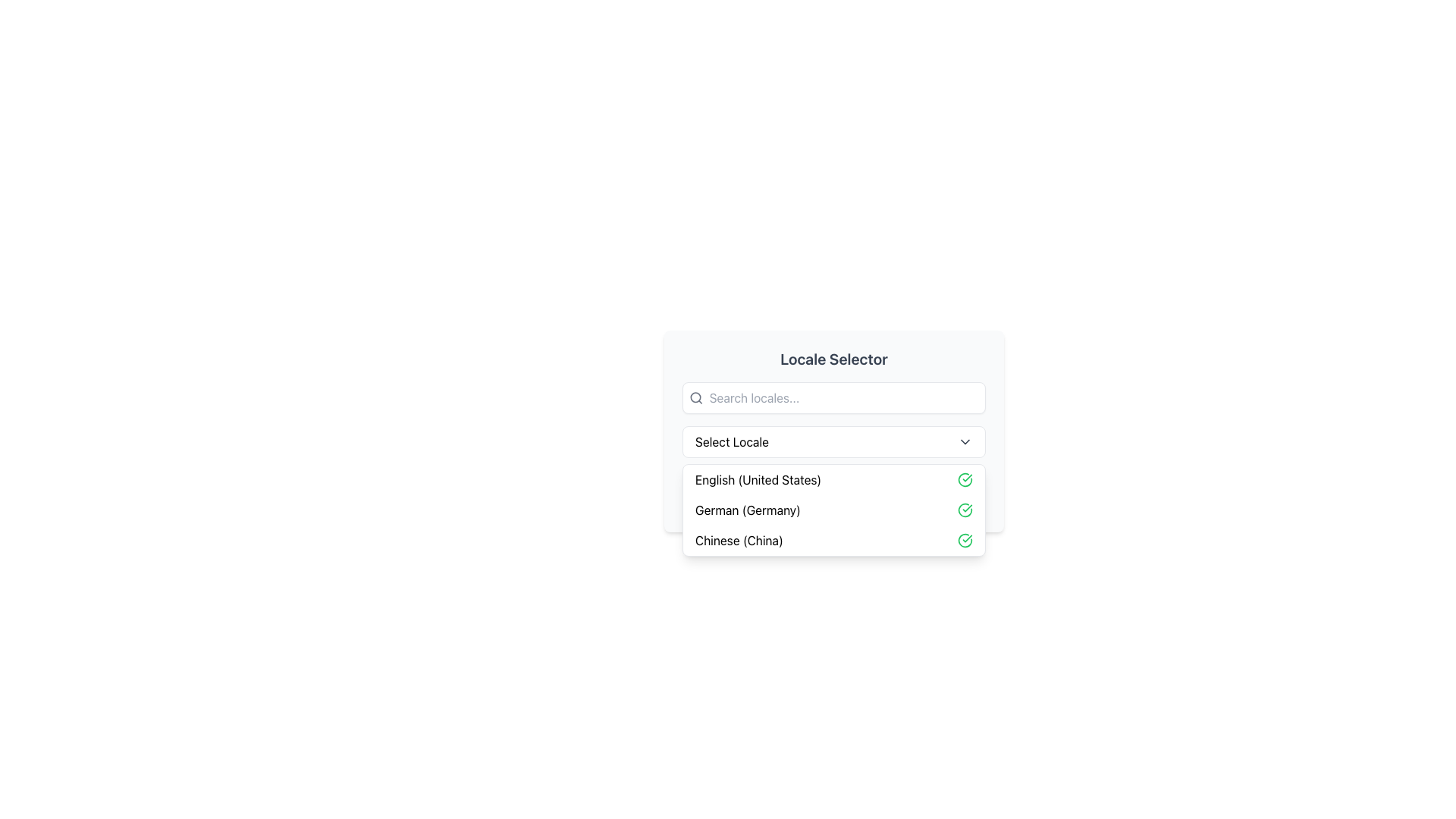 This screenshot has height=819, width=1456. Describe the element at coordinates (964, 510) in the screenshot. I see `the icon indicating that 'German (Germany)' is currently selected to deselect it` at that location.